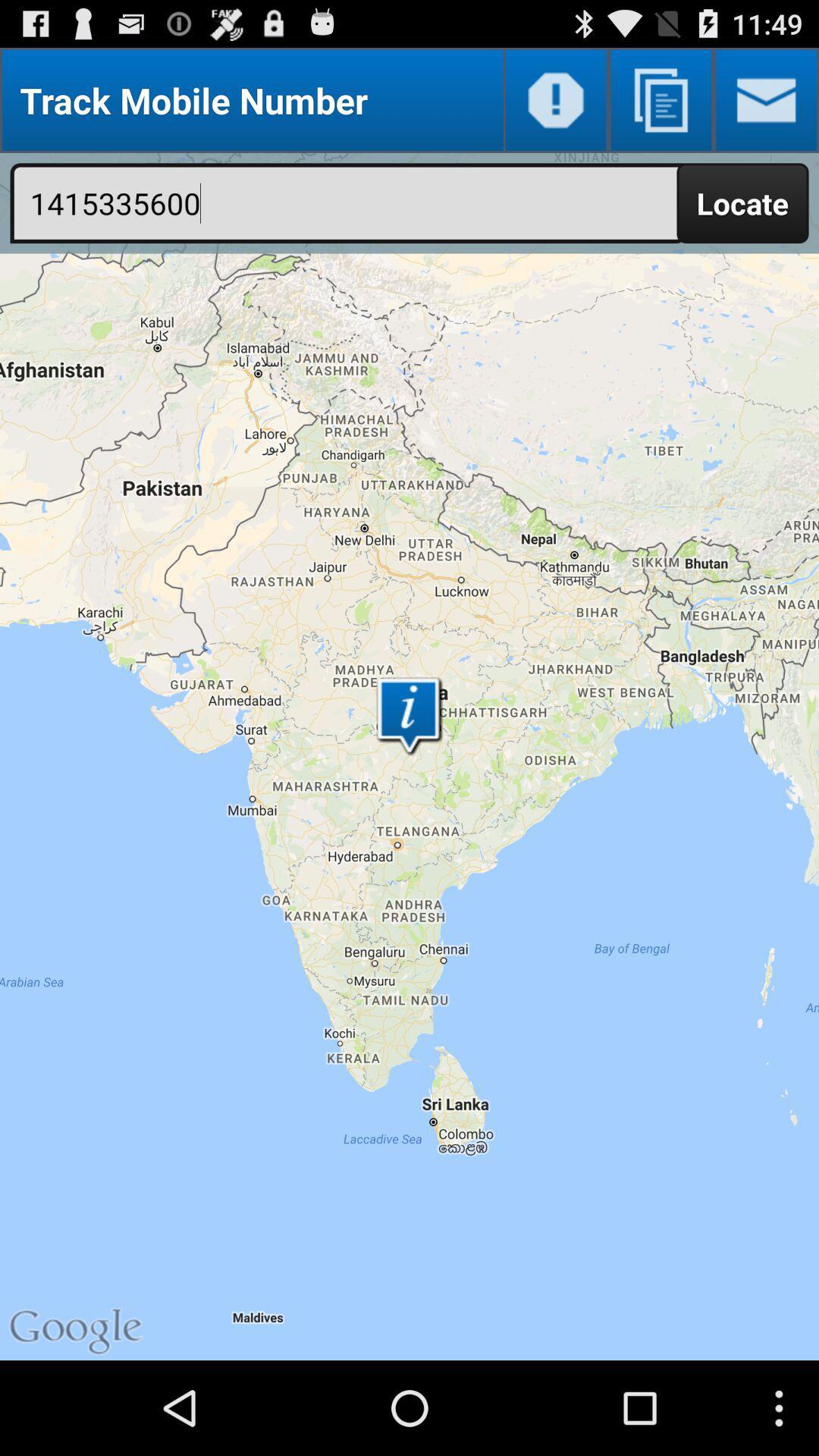  Describe the element at coordinates (766, 99) in the screenshot. I see `send message` at that location.